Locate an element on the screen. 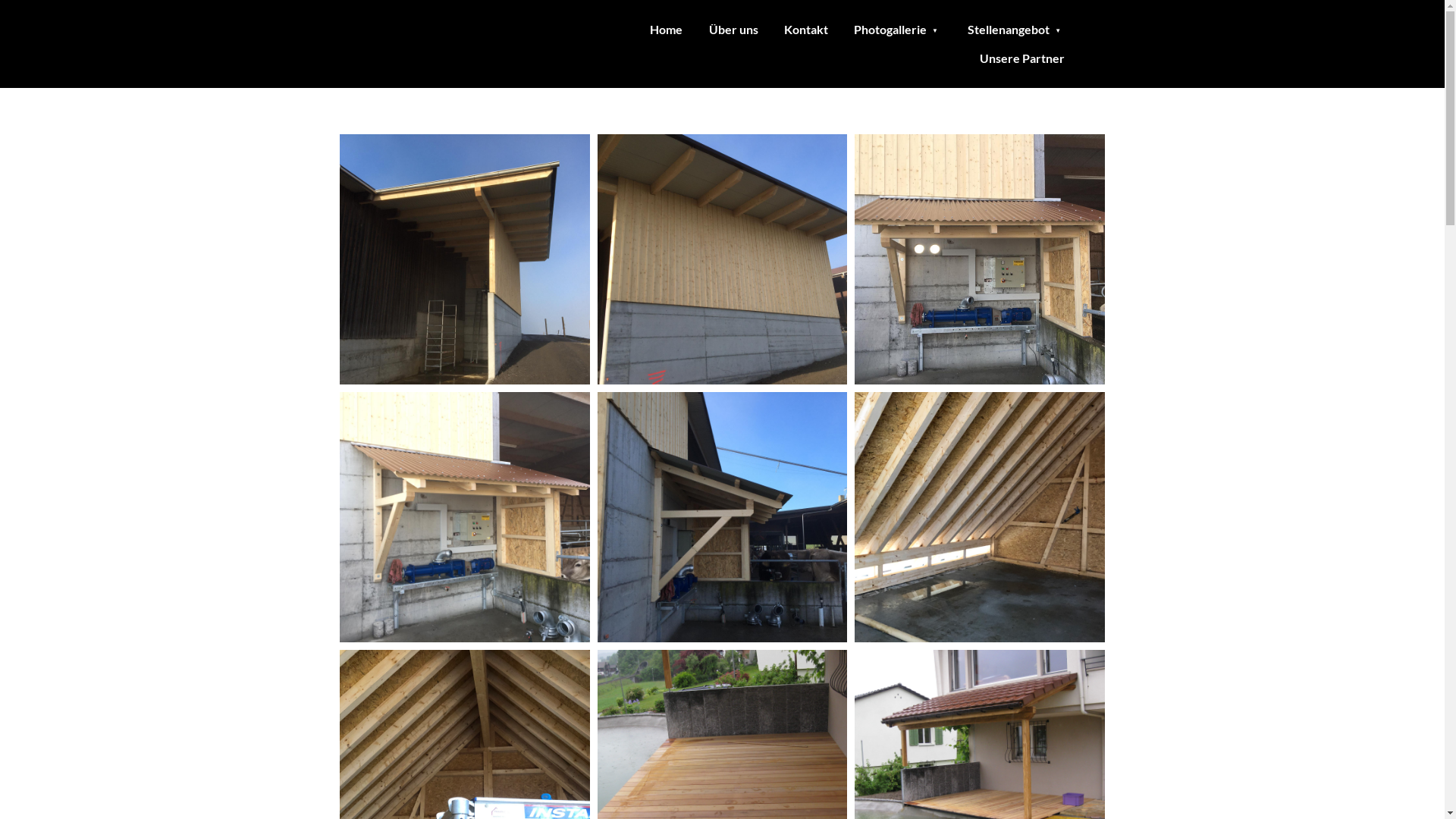  'Kontakt' is located at coordinates (805, 29).